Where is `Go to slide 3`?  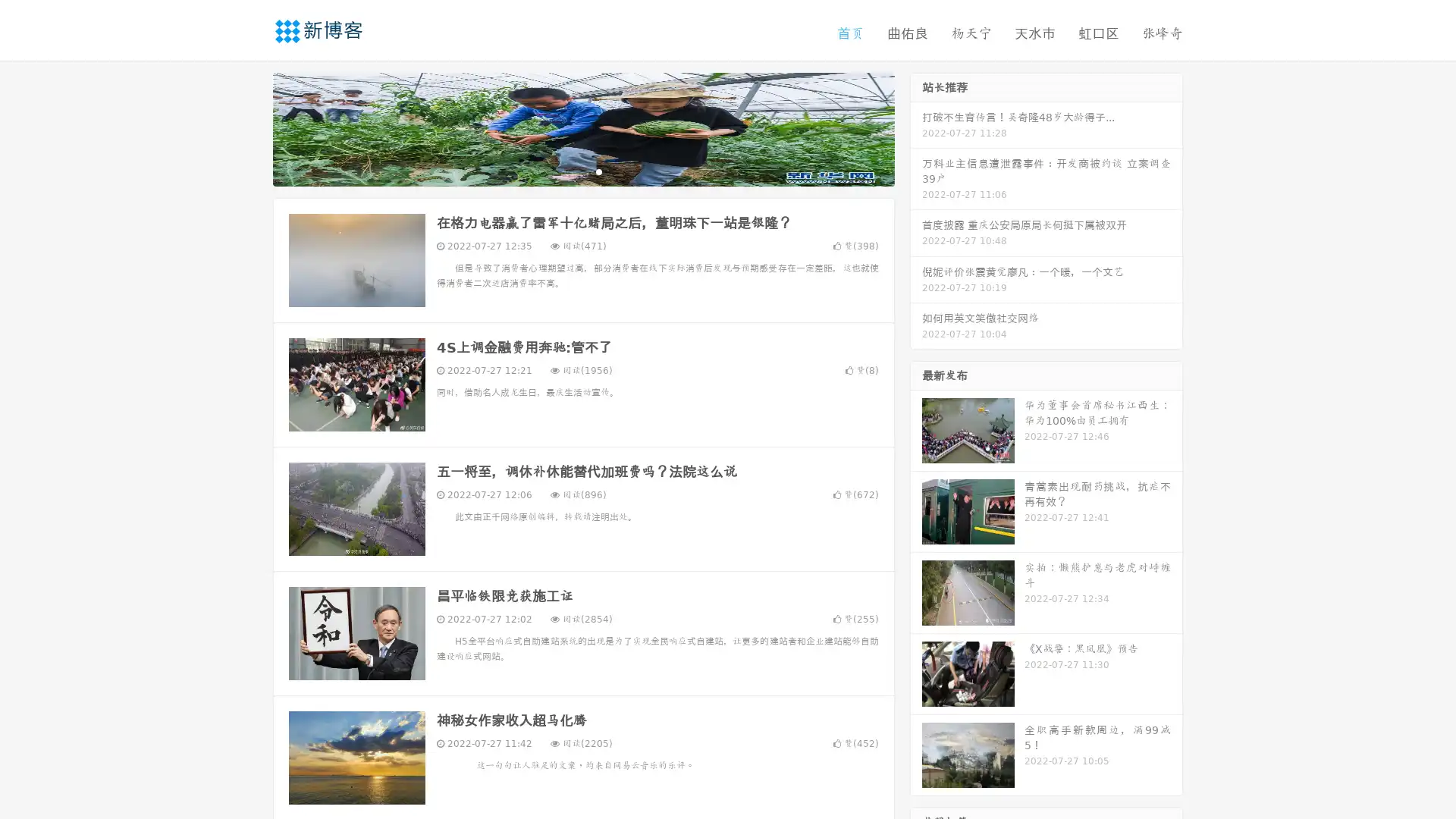 Go to slide 3 is located at coordinates (598, 171).